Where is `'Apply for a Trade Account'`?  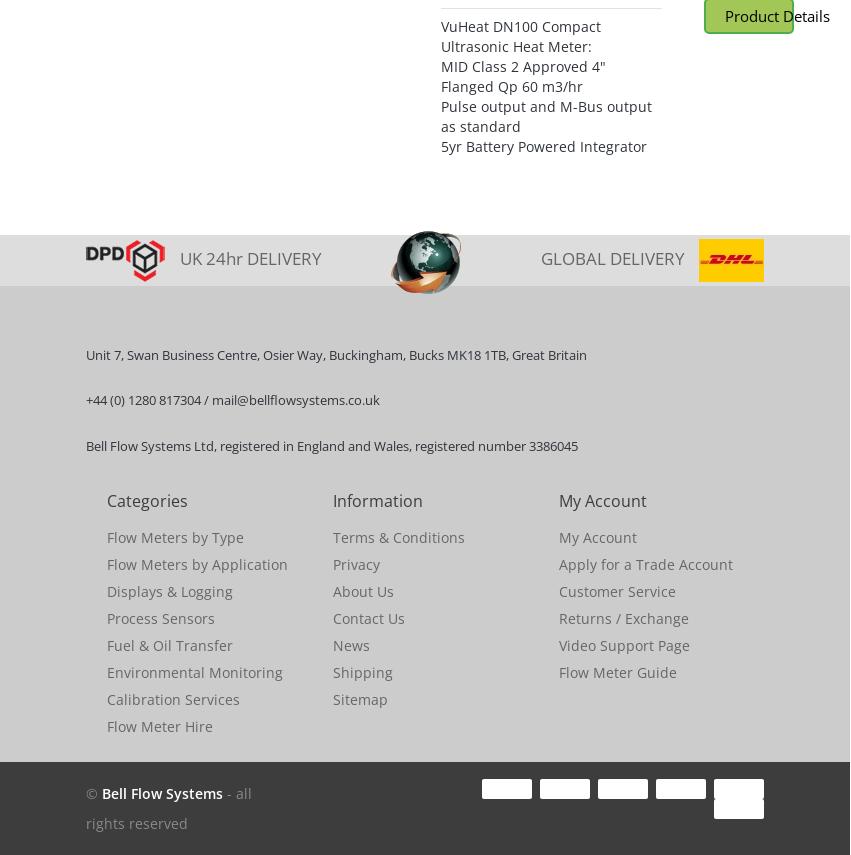
'Apply for a Trade Account' is located at coordinates (644, 563).